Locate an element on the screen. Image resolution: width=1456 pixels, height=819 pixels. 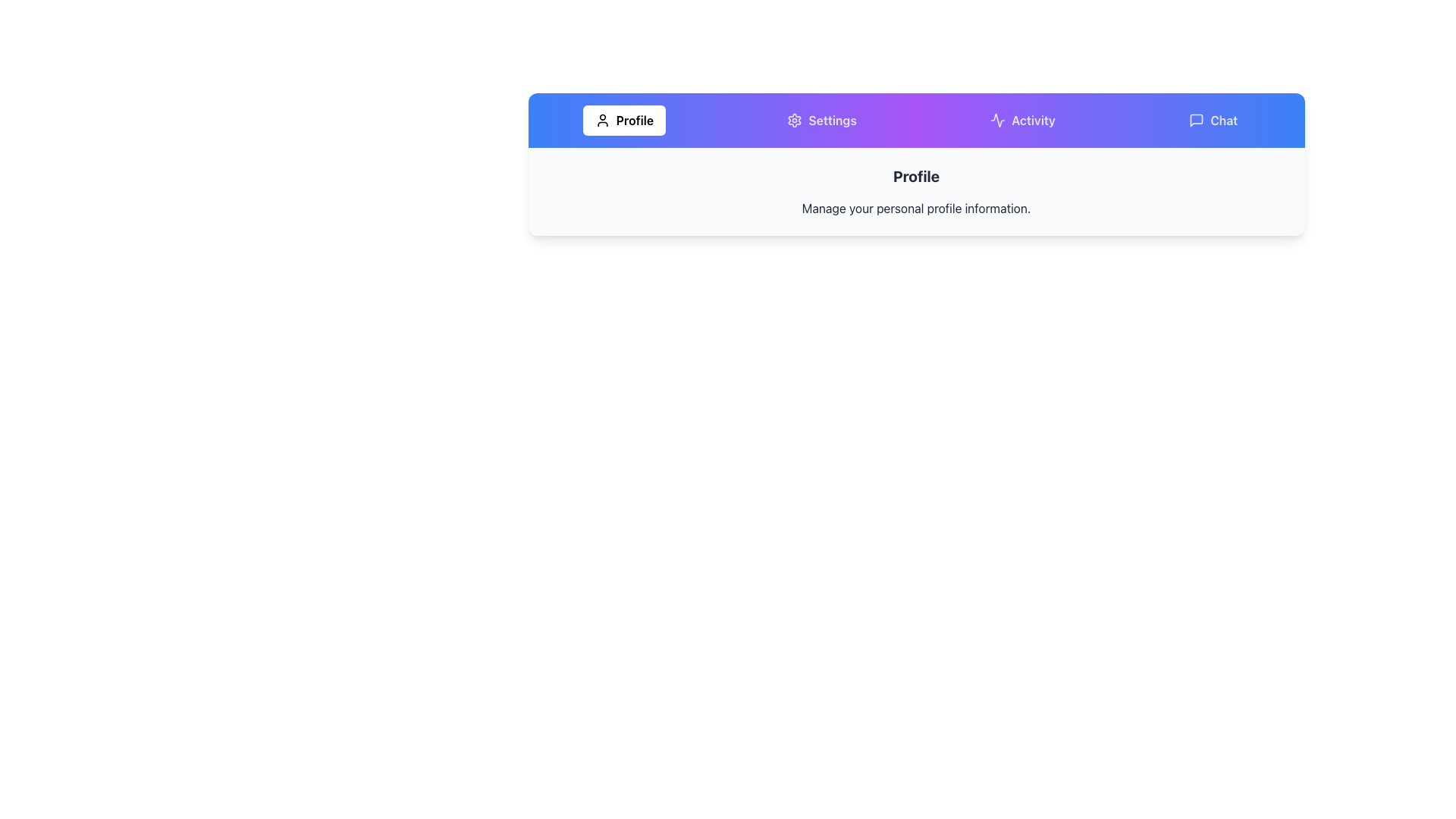
the zigzag line icon that resembles an activity graph, which is located adjacent to the 'Activity' label text in the navigation bar is located at coordinates (998, 119).